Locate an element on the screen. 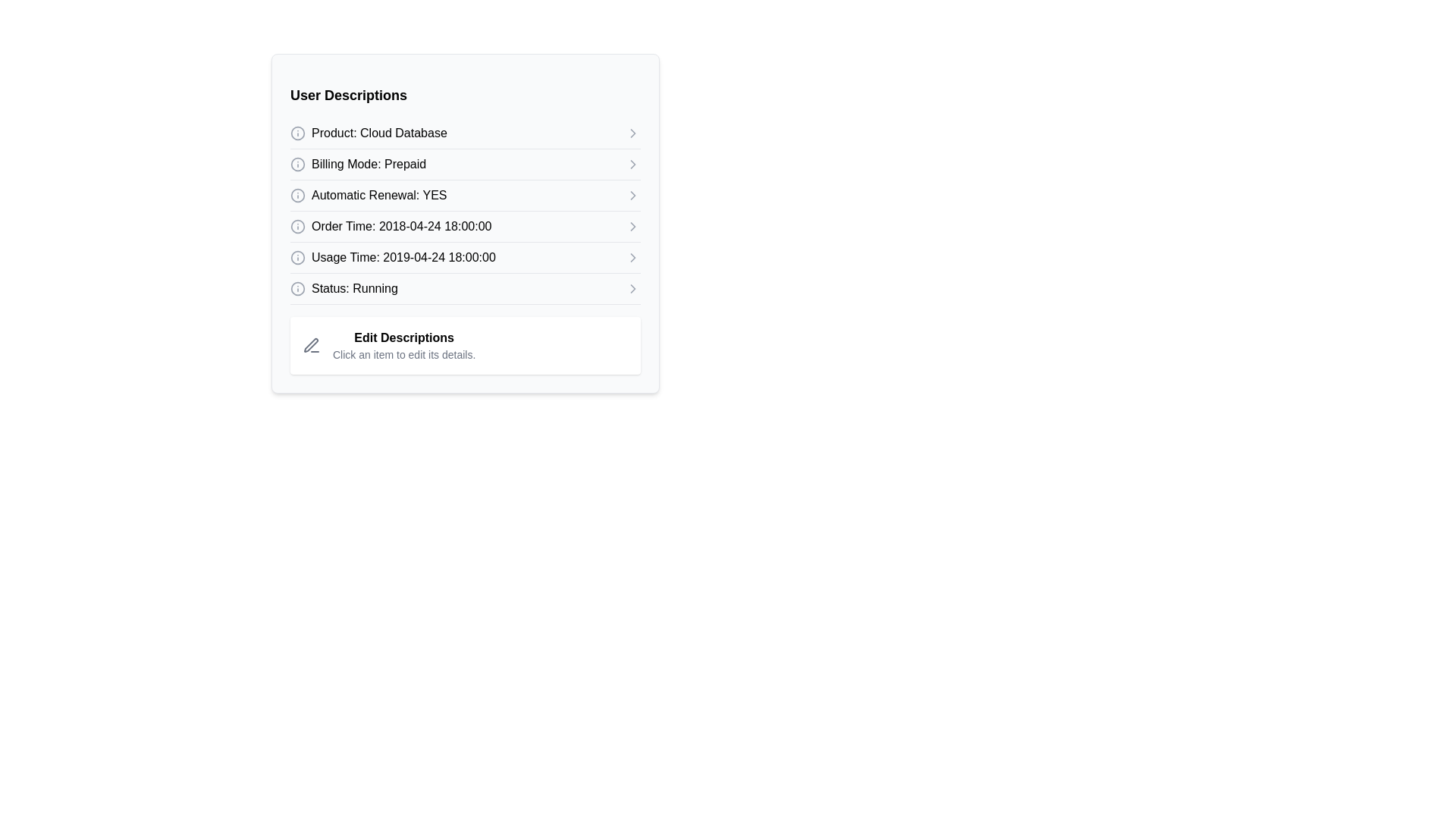 Image resolution: width=1456 pixels, height=819 pixels. the actionable list item for 'Cloud Database' located in the topmost row of the 'User Descriptions' section is located at coordinates (465, 133).